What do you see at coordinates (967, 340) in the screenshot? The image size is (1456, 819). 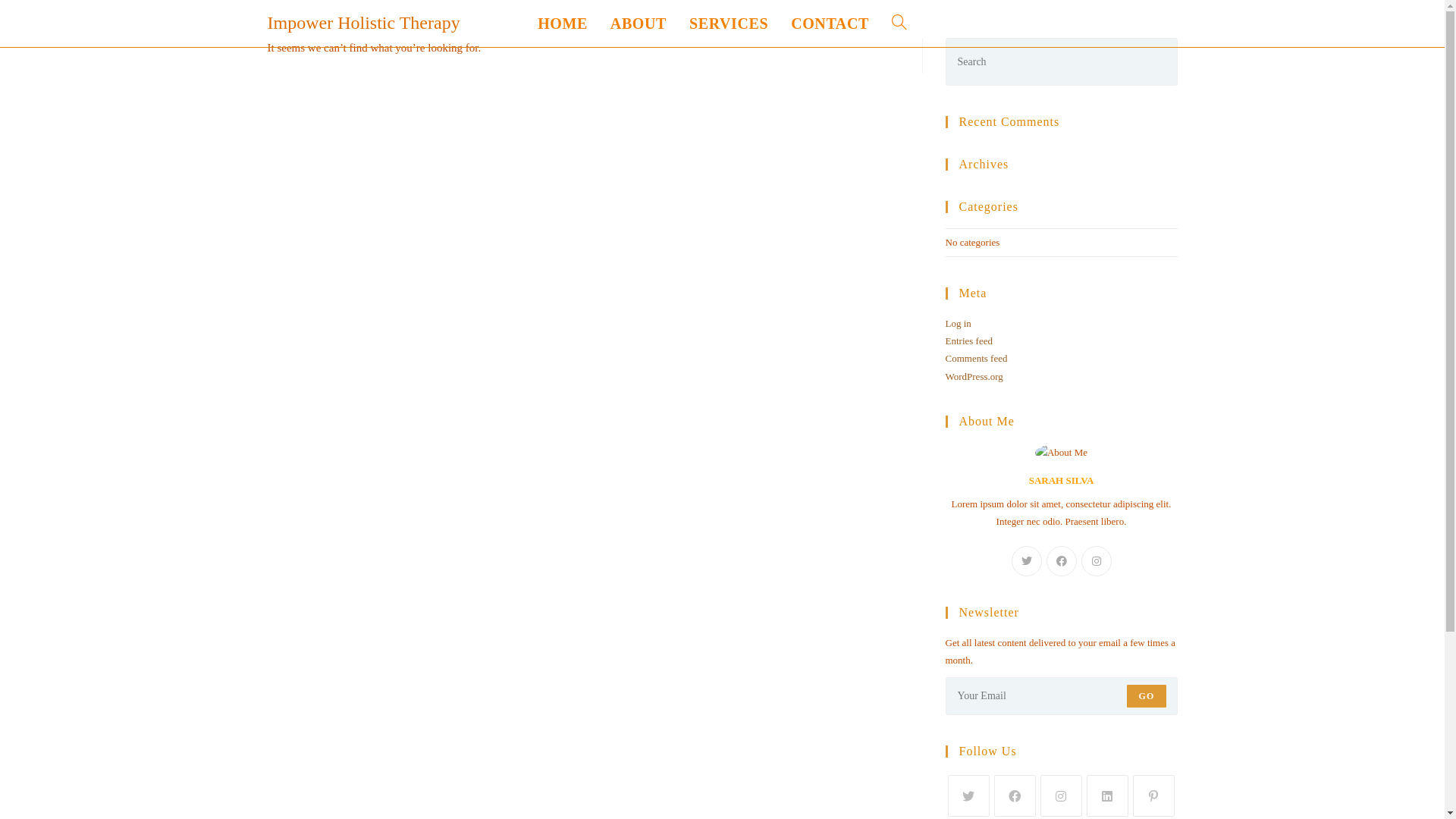 I see `'Entries feed'` at bounding box center [967, 340].